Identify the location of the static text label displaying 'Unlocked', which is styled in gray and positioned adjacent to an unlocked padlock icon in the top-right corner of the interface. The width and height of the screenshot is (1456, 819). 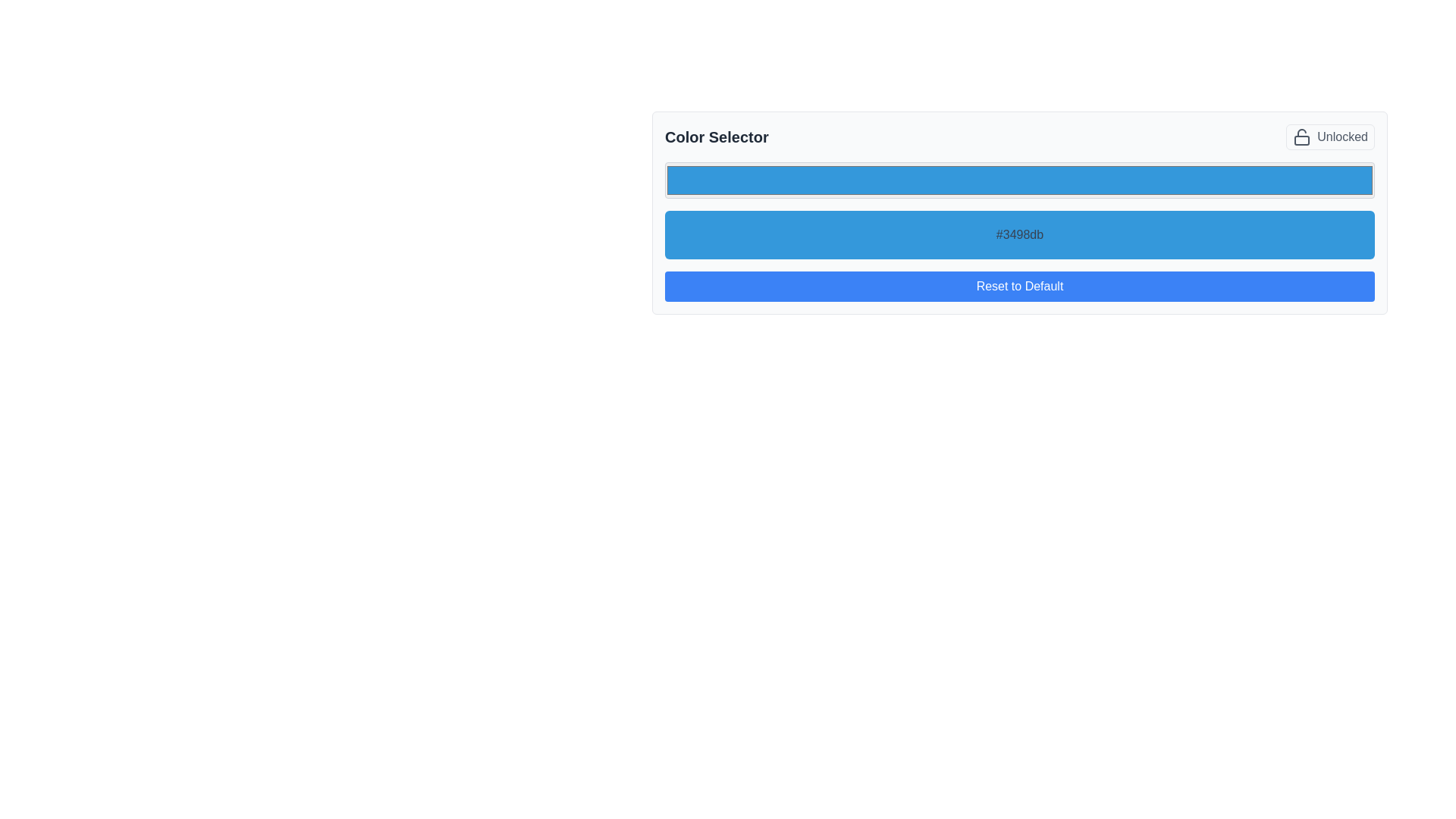
(1342, 137).